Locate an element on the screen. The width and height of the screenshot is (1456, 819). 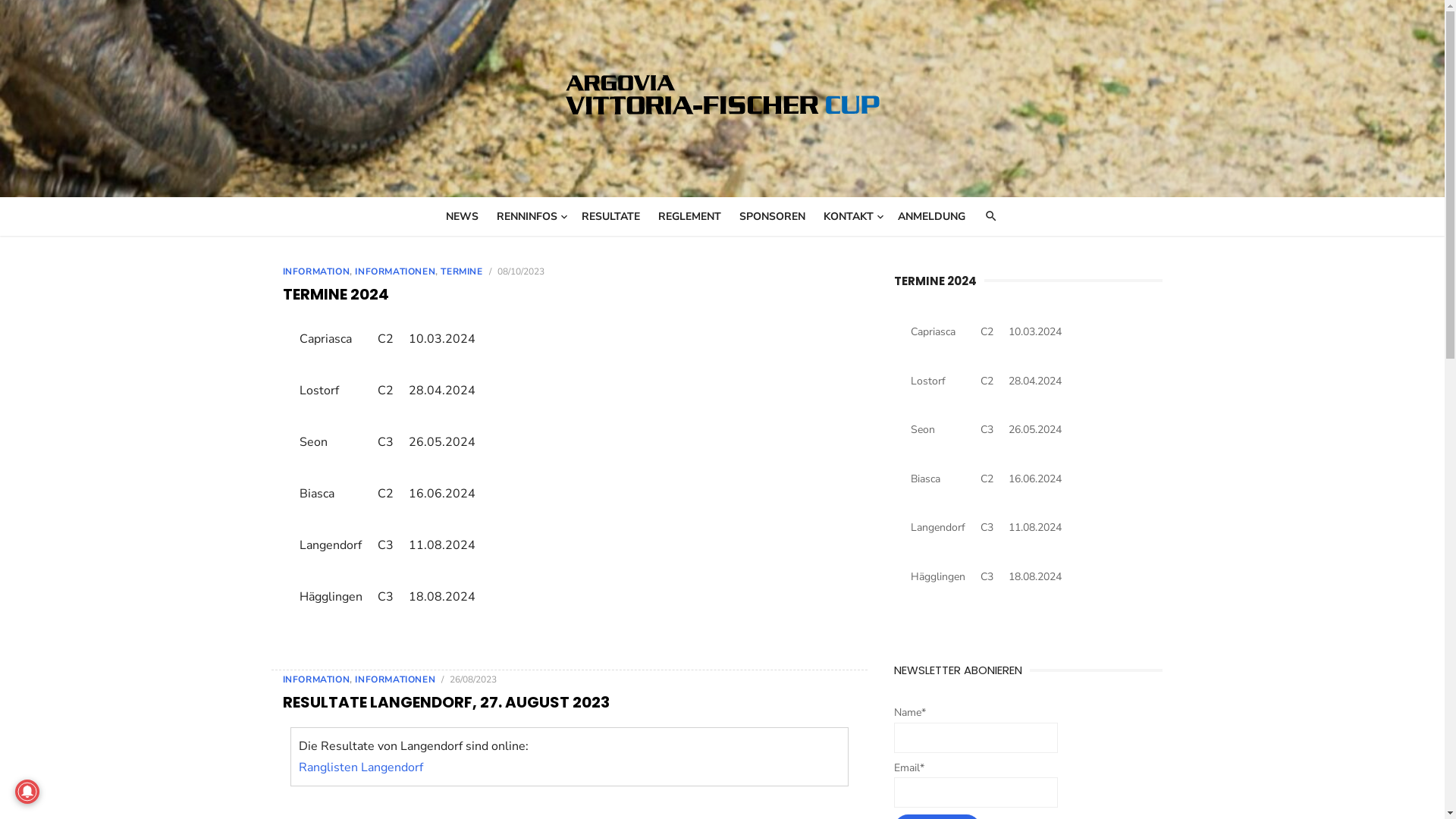
'TERMINE 2024' is located at coordinates (934, 281).